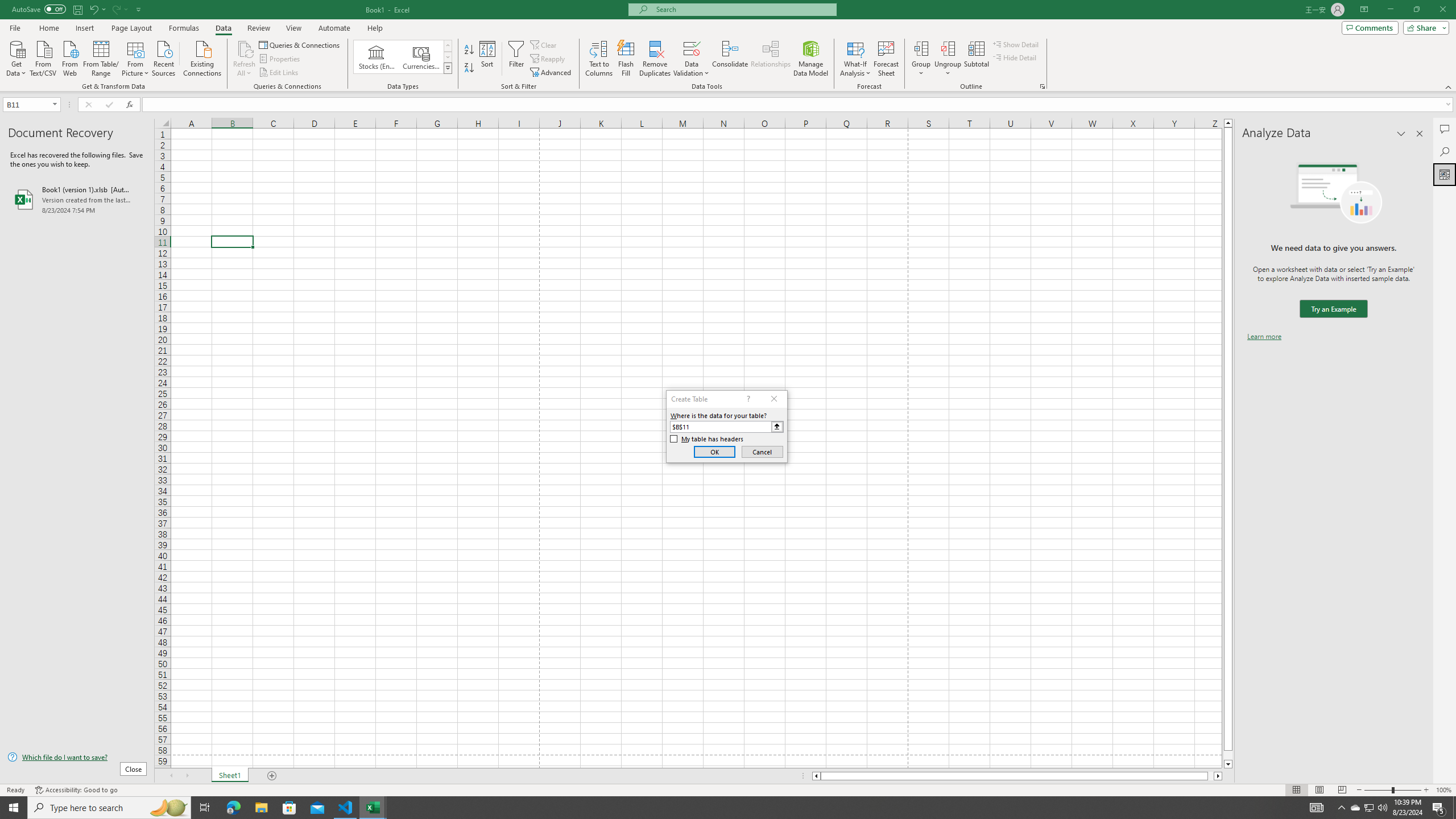  I want to click on 'File Tab', so click(14, 27).